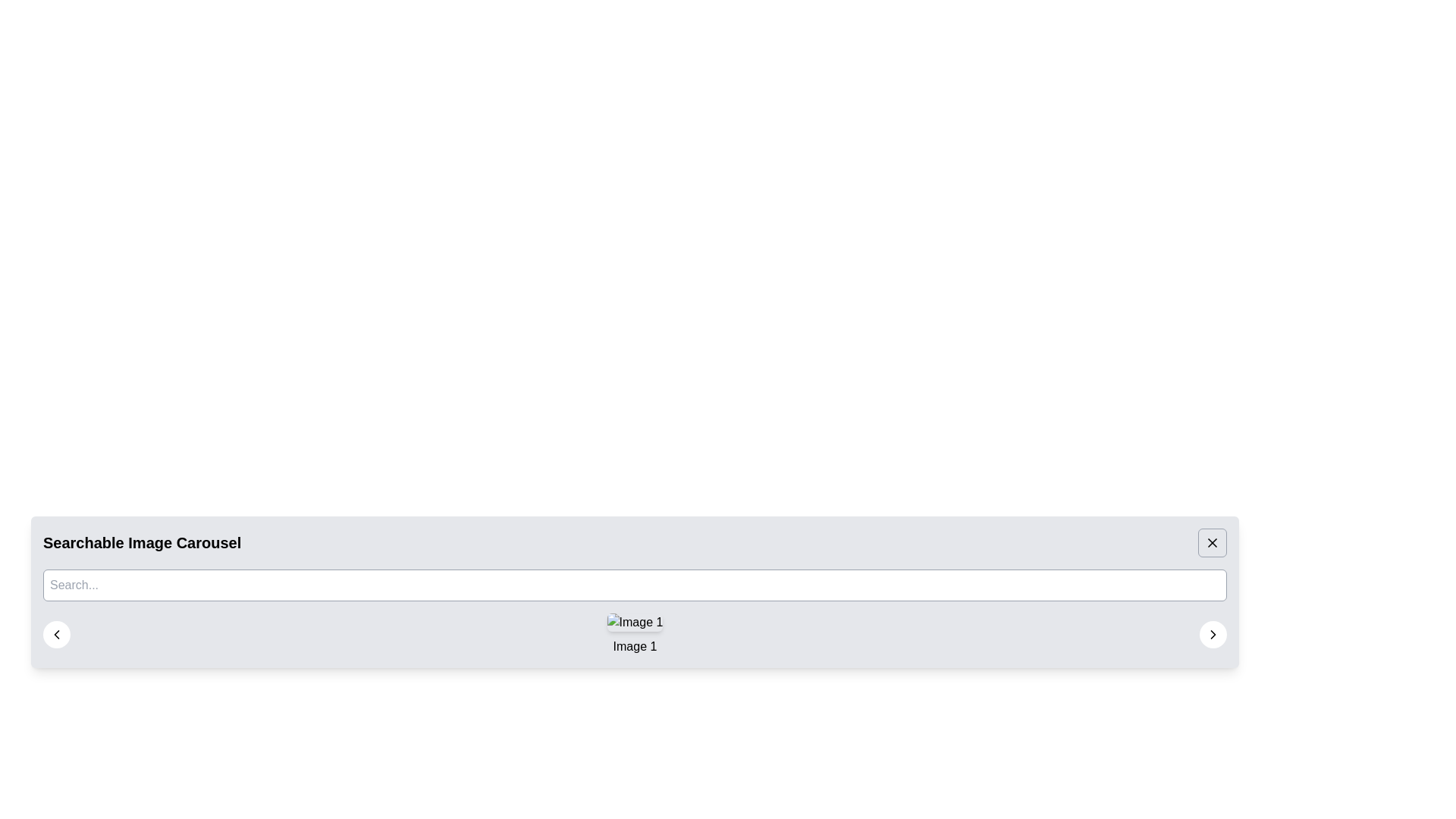  I want to click on the circular button with a white background and a left-facing chevron icon, so click(57, 635).